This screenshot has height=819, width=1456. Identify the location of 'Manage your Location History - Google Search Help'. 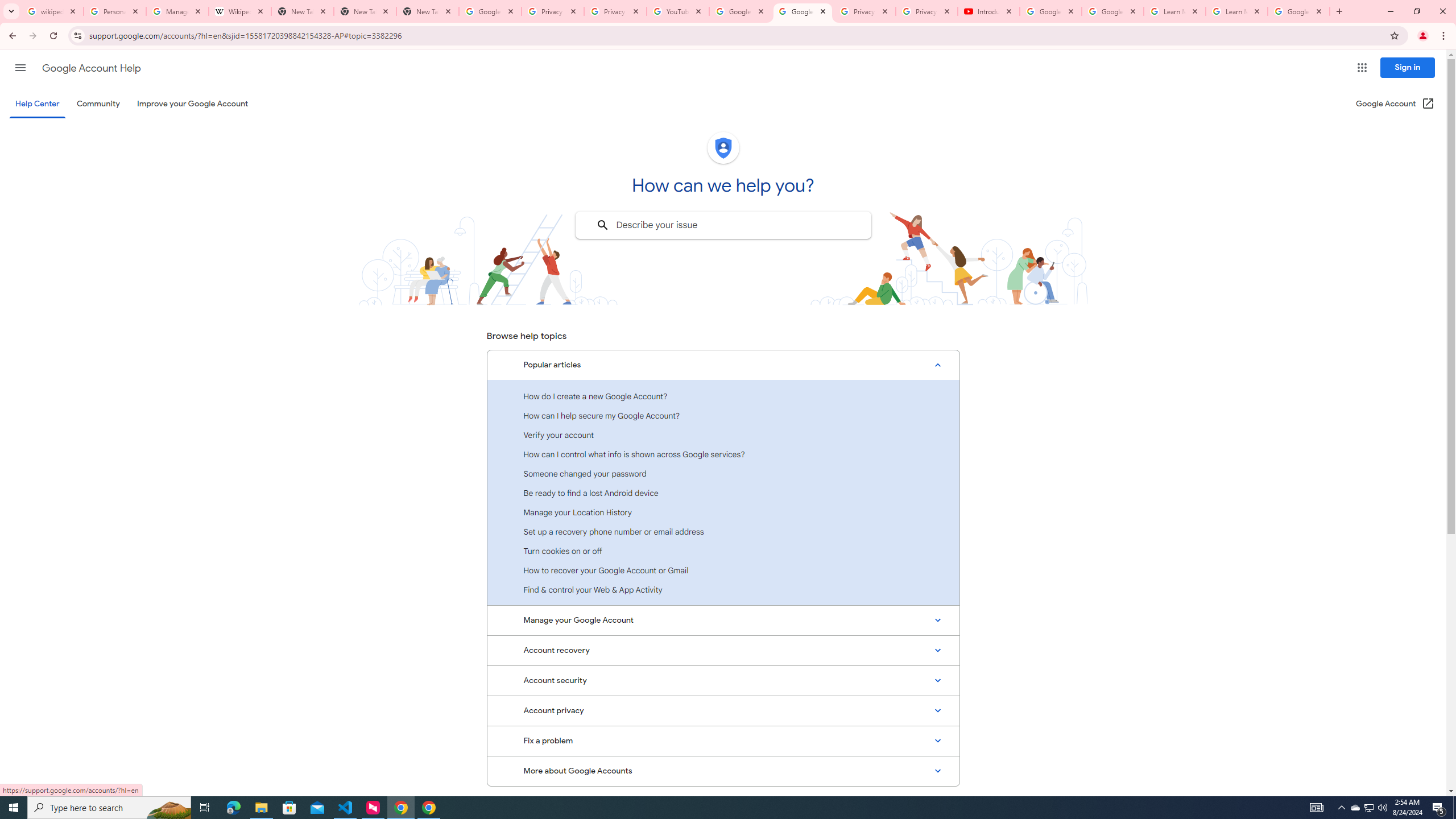
(177, 11).